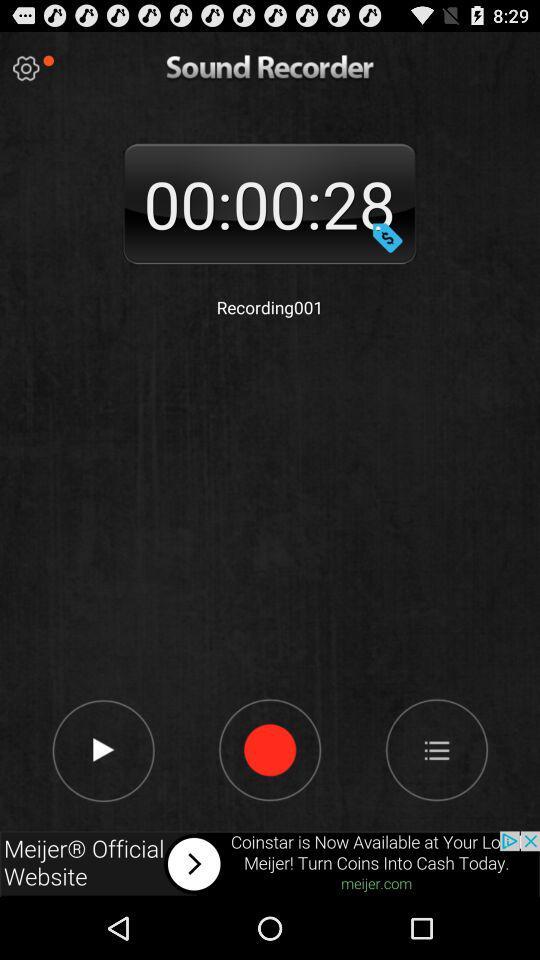 This screenshot has height=960, width=540. Describe the element at coordinates (25, 73) in the screenshot. I see `the settings icon` at that location.